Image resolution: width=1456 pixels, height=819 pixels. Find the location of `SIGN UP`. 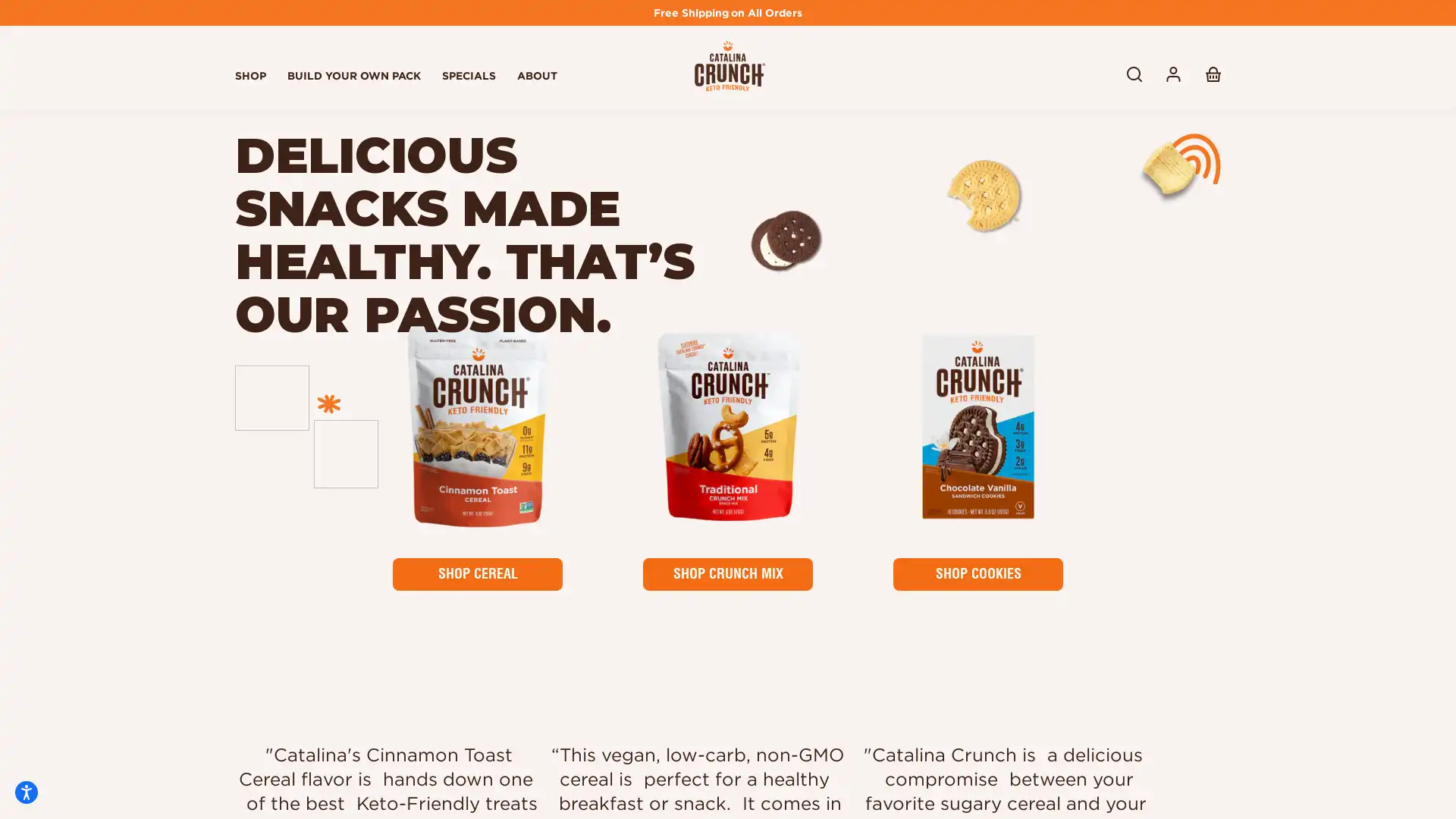

SIGN UP is located at coordinates (1156, 674).